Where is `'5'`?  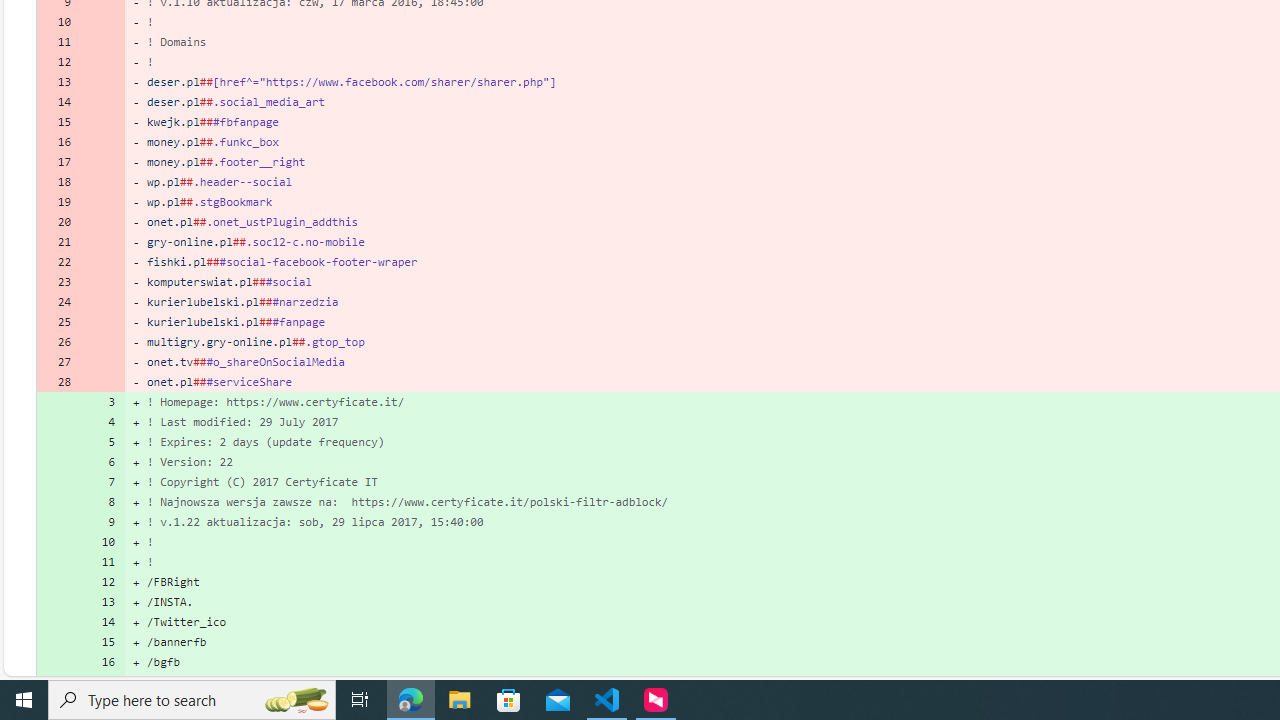
'5' is located at coordinates (102, 441).